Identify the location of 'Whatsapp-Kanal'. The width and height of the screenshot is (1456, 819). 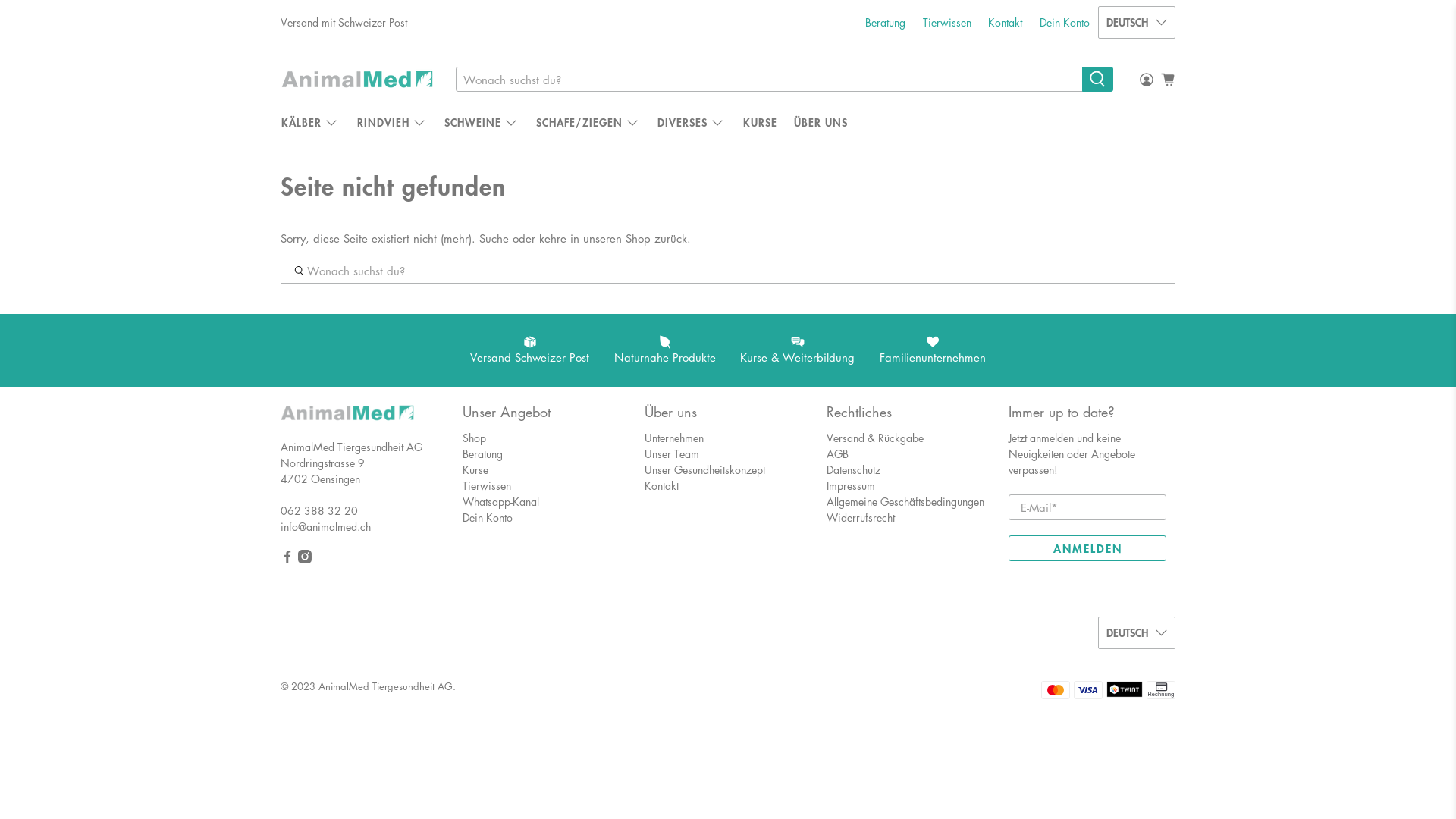
(500, 500).